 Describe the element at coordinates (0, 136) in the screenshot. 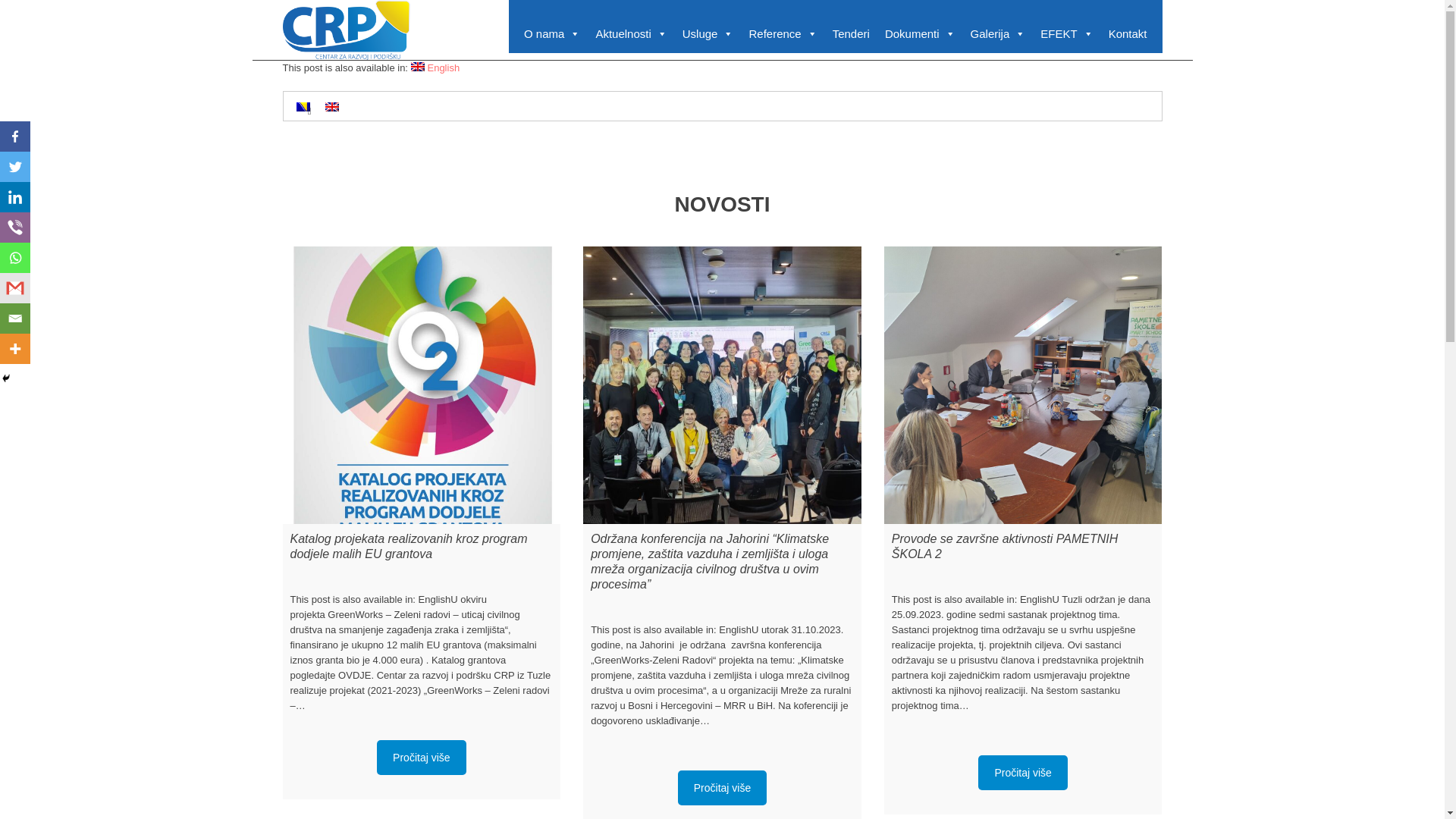

I see `'Facebook'` at that location.